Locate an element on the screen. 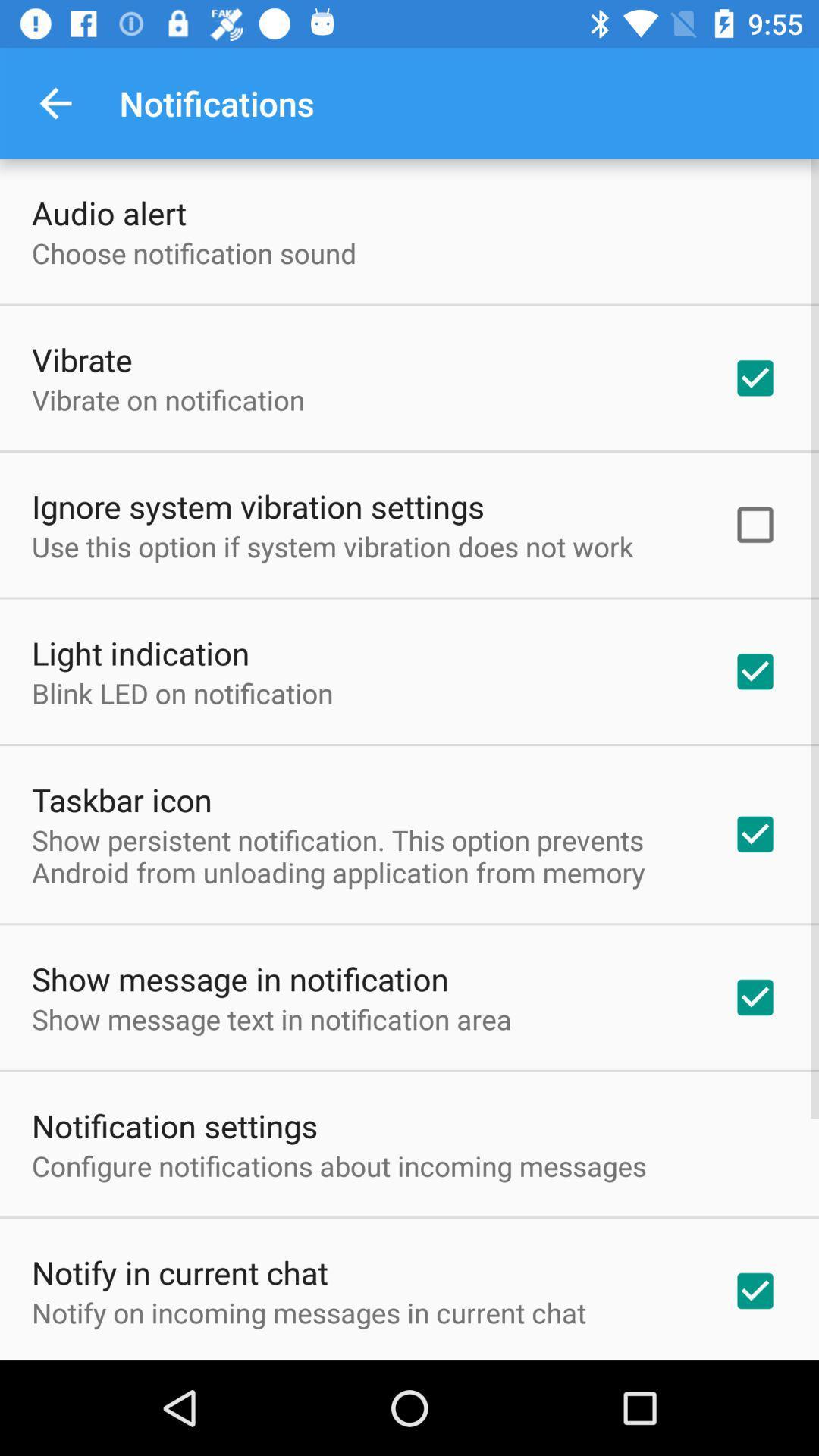  app to the left of notifications is located at coordinates (55, 102).